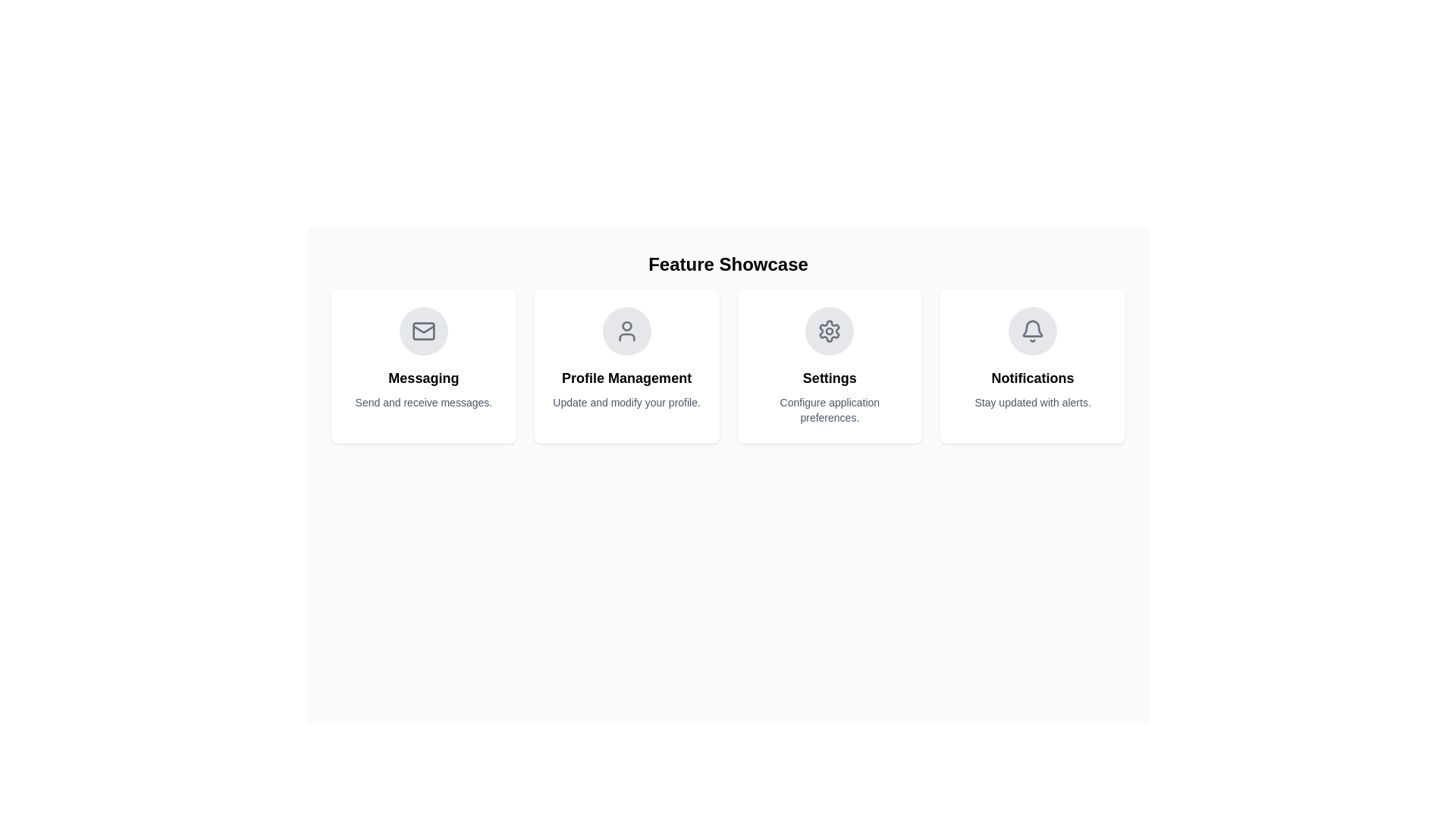 The image size is (1456, 819). What do you see at coordinates (423, 402) in the screenshot?
I see `the text label displaying 'Send and receive messages.' located beneath the 'Messaging' heading in the content card titled 'Messaging'` at bounding box center [423, 402].